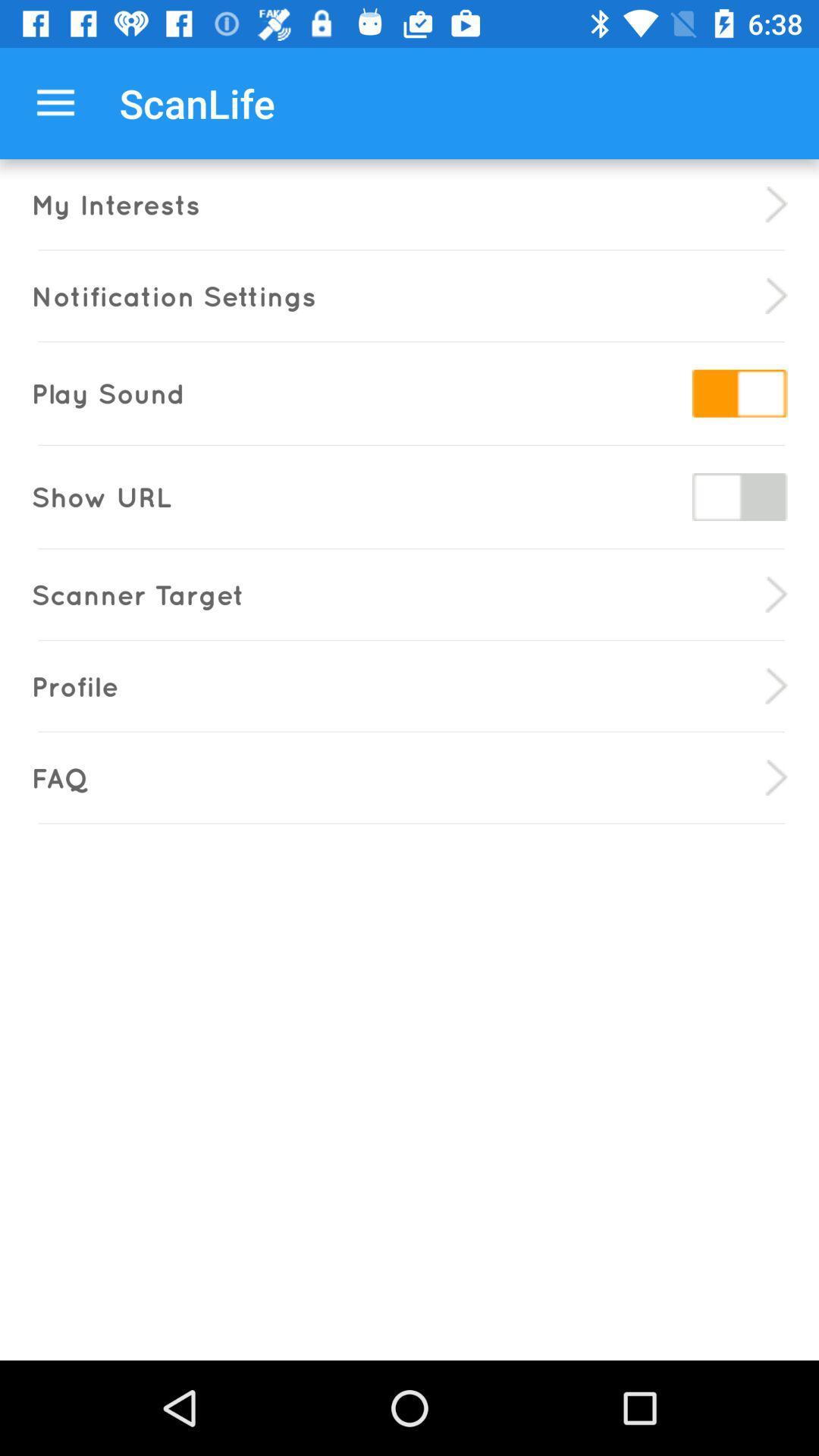 This screenshot has height=1456, width=819. Describe the element at coordinates (739, 393) in the screenshot. I see `switch button to turn off sound` at that location.